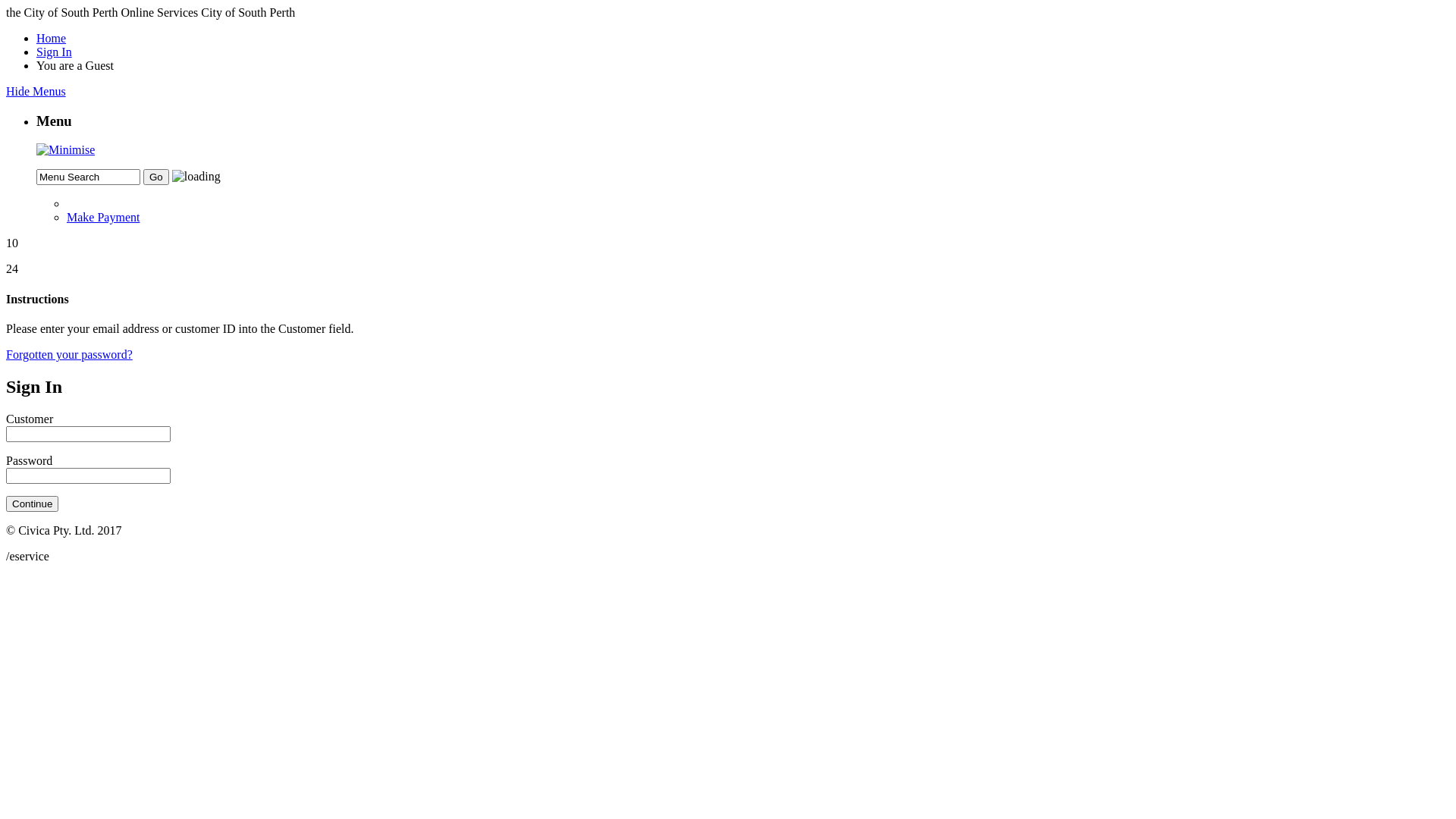 The image size is (1456, 819). What do you see at coordinates (156, 176) in the screenshot?
I see `'Go'` at bounding box center [156, 176].